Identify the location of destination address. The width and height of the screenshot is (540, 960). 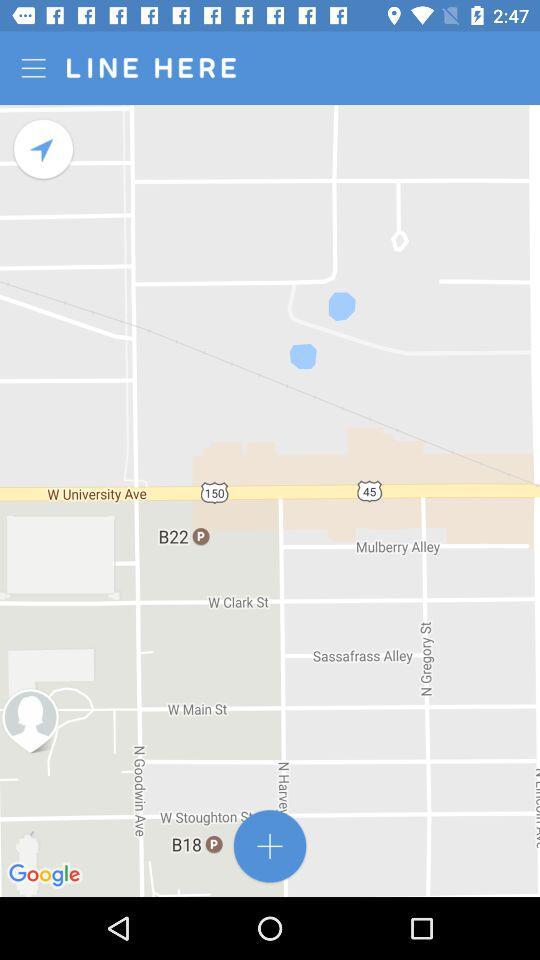
(270, 846).